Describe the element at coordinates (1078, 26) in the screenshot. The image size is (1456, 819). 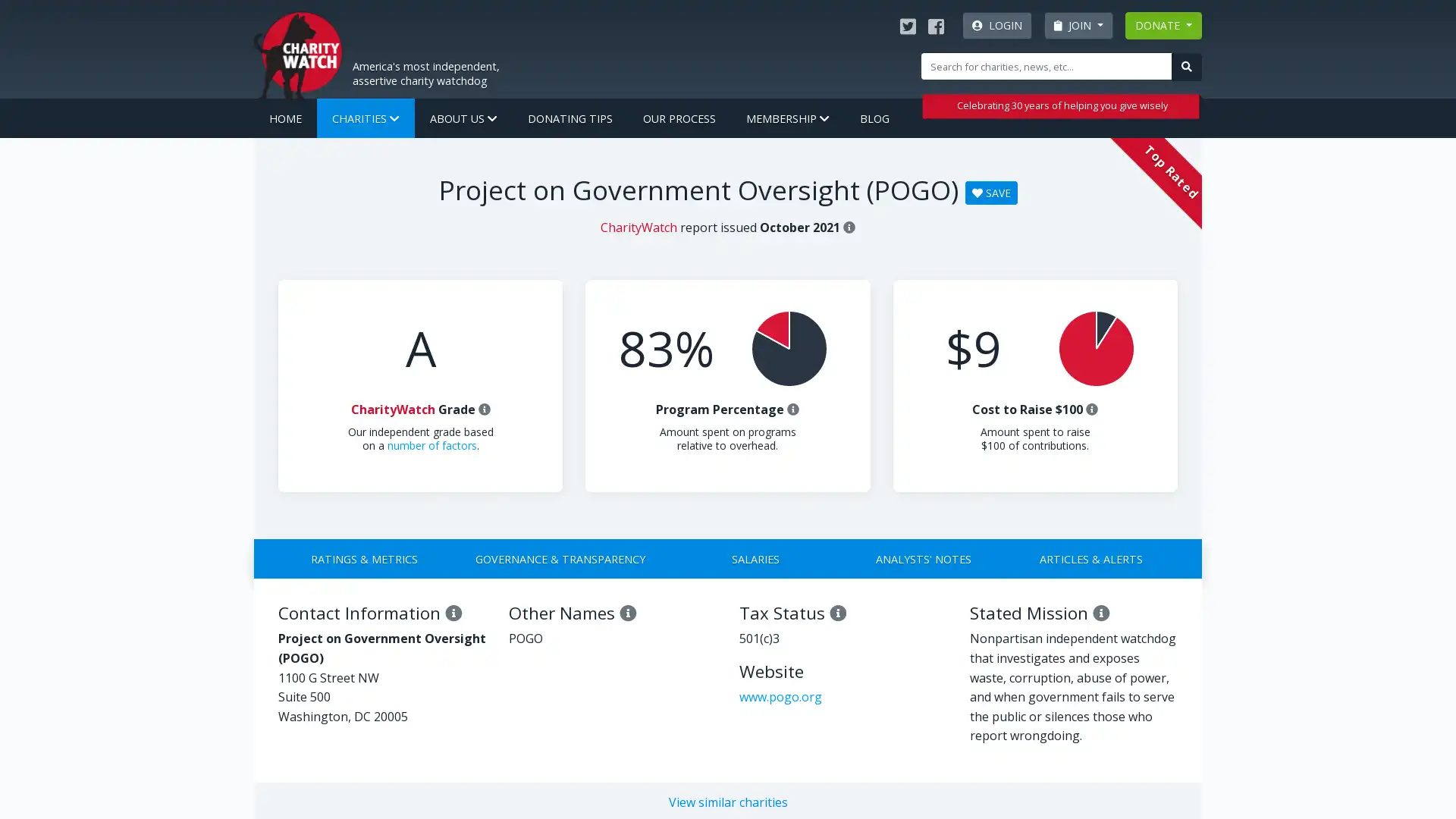
I see `JOIN` at that location.